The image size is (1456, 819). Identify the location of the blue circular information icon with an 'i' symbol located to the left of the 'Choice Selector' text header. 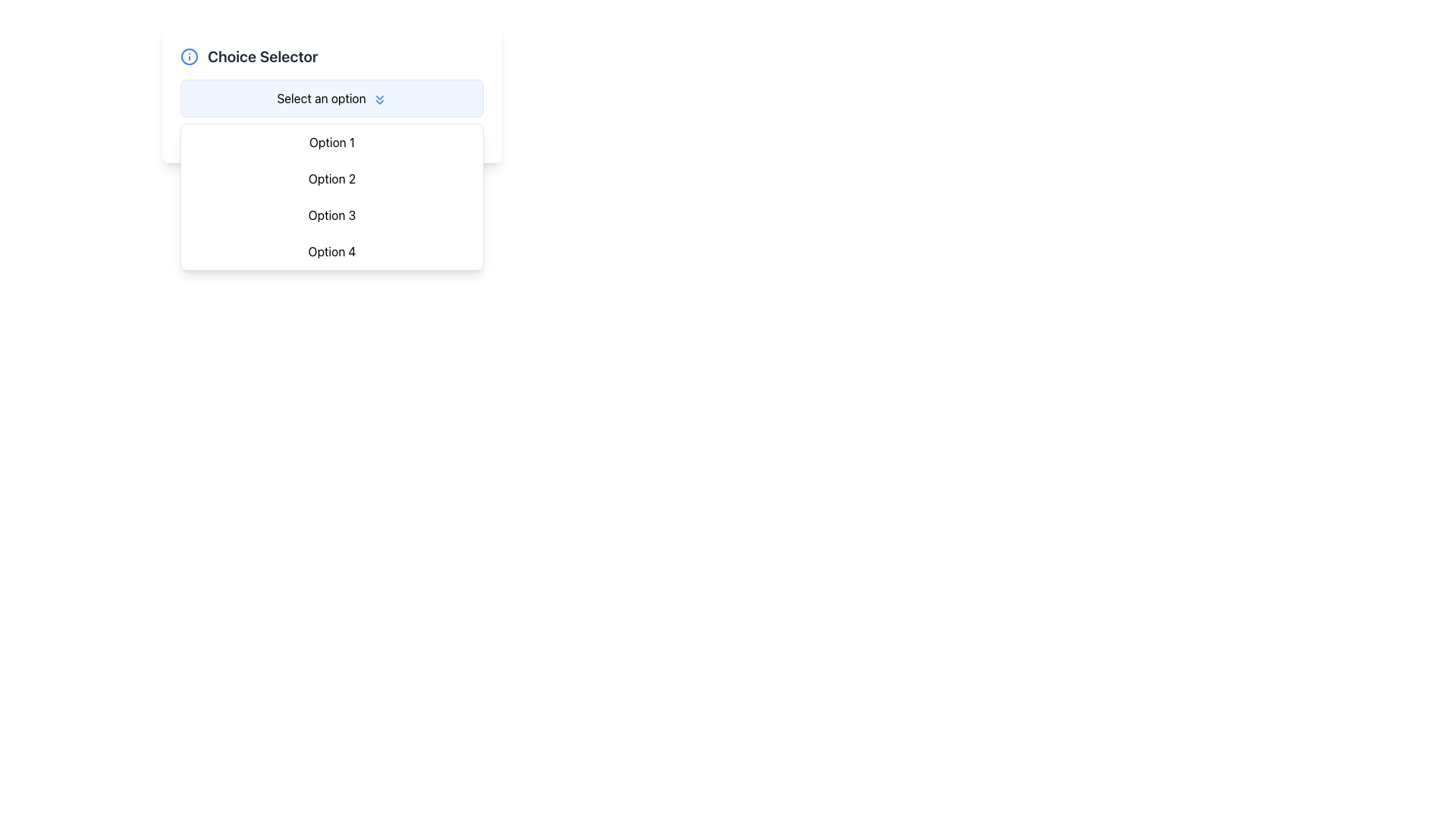
(188, 55).